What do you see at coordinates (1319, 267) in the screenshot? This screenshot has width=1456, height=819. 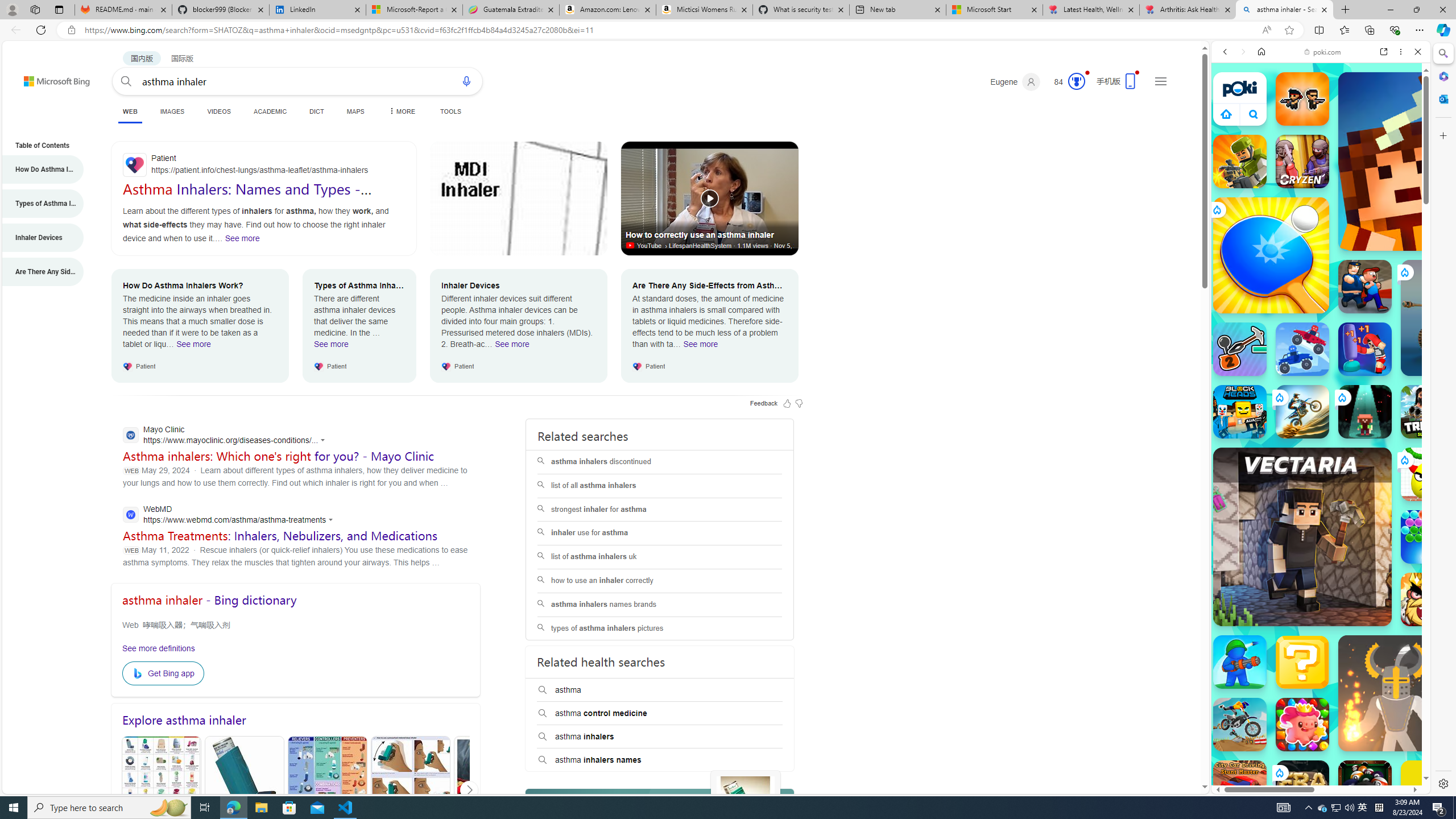 I see `'Car Games'` at bounding box center [1319, 267].